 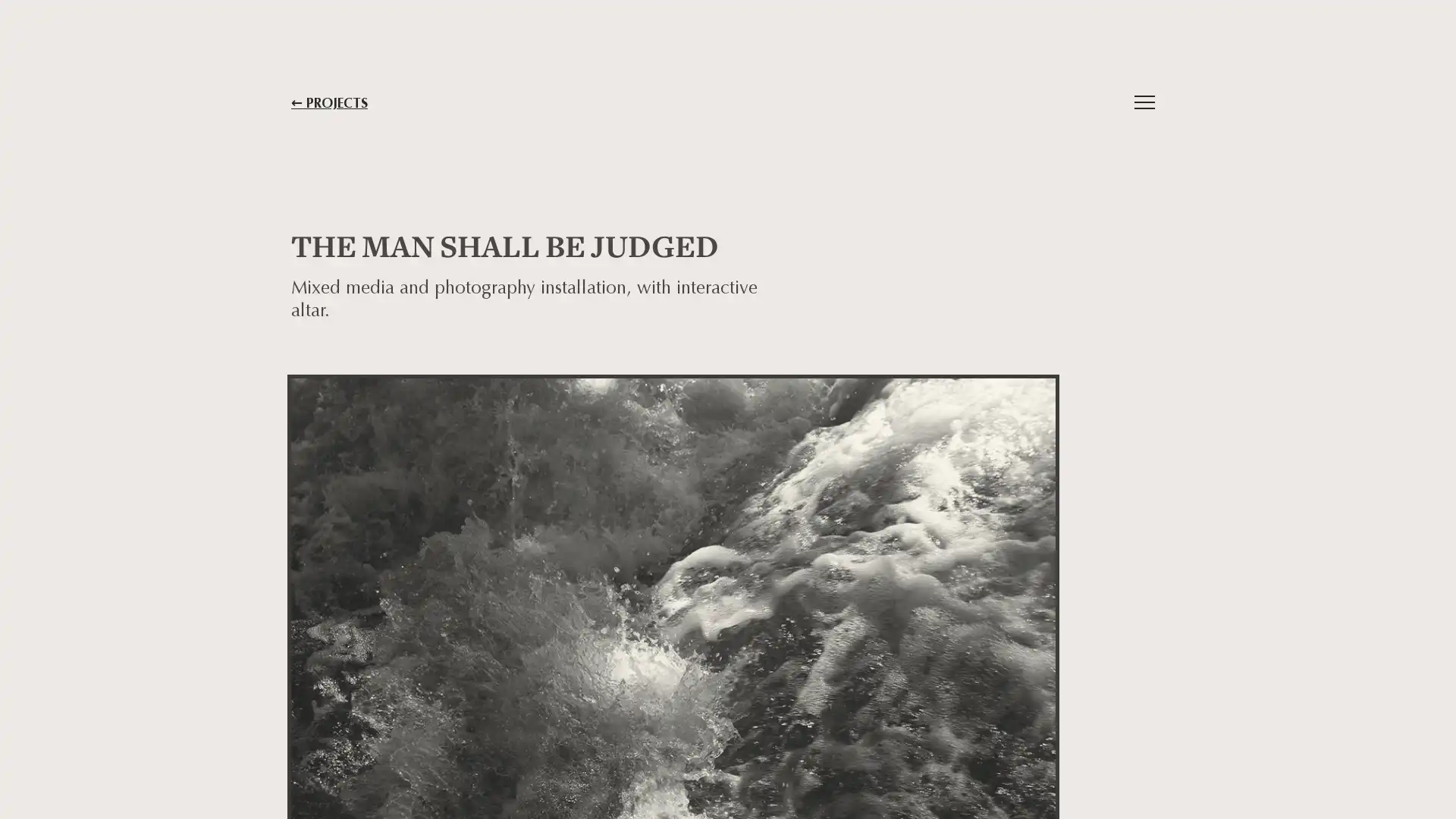 I want to click on Toggle Menu, so click(x=1144, y=102).